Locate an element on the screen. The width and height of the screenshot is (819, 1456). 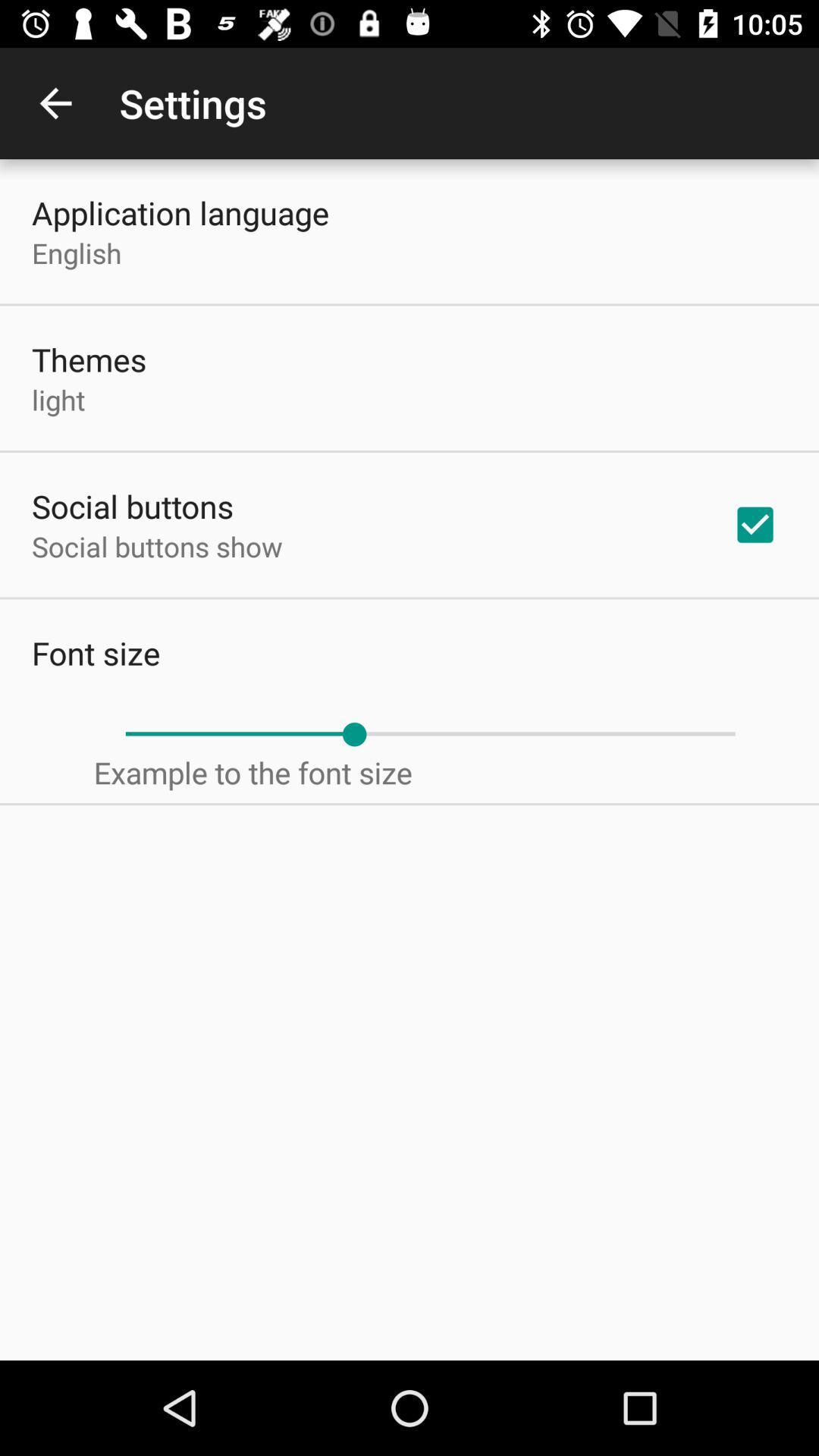
the example to the item is located at coordinates (252, 772).